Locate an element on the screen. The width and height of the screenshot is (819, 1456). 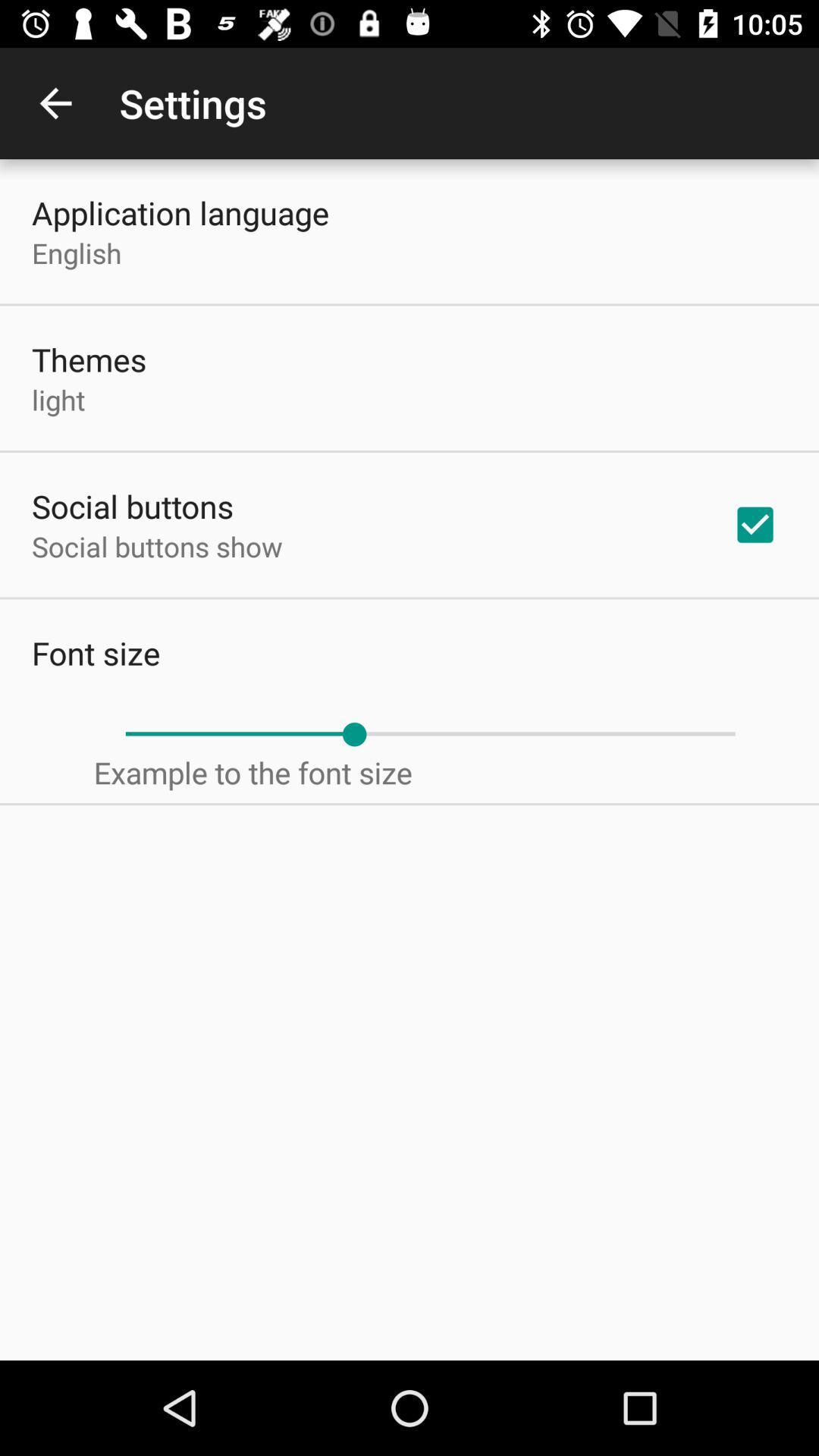
the example to the item is located at coordinates (252, 772).